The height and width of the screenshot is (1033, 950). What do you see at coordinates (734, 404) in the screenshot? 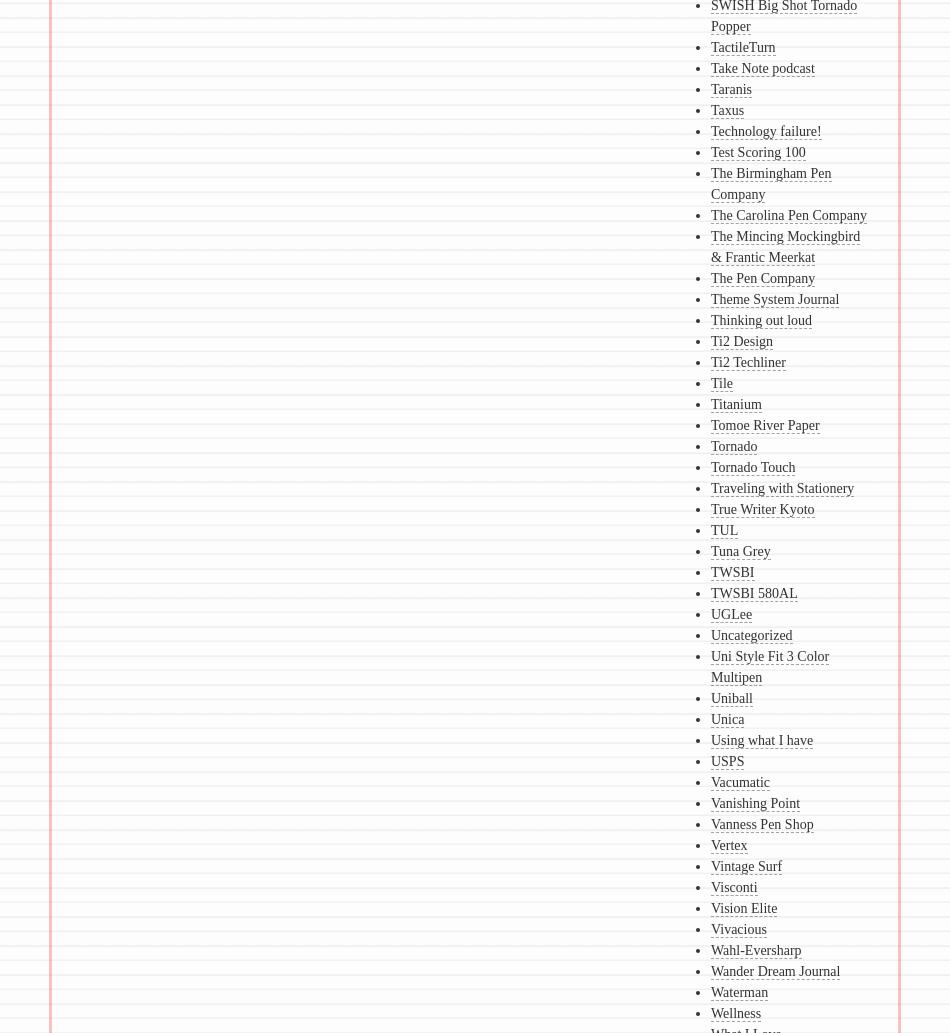
I see `'Titanium'` at bounding box center [734, 404].